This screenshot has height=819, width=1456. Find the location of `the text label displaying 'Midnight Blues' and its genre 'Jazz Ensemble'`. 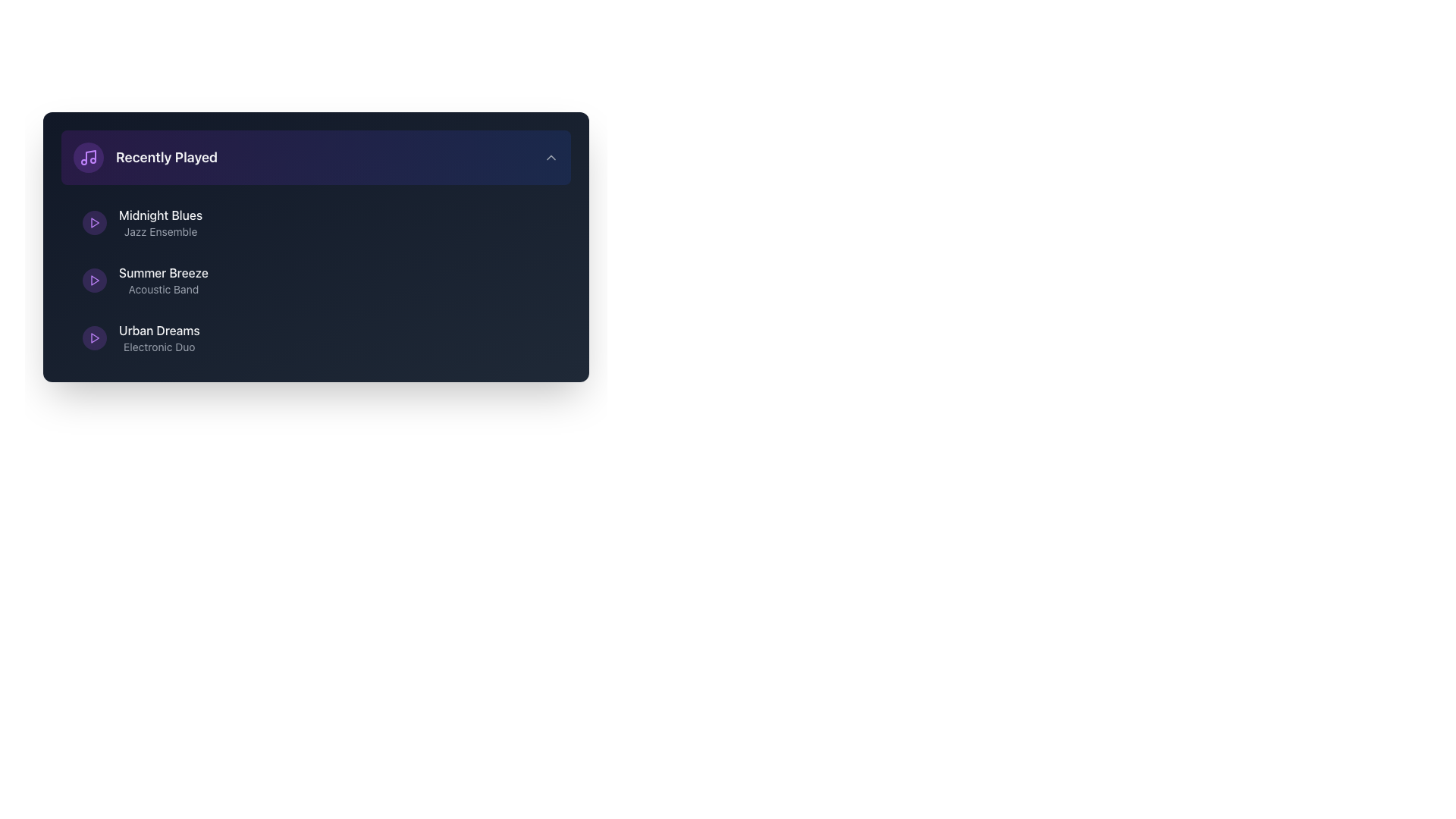

the text label displaying 'Midnight Blues' and its genre 'Jazz Ensemble' is located at coordinates (143, 222).